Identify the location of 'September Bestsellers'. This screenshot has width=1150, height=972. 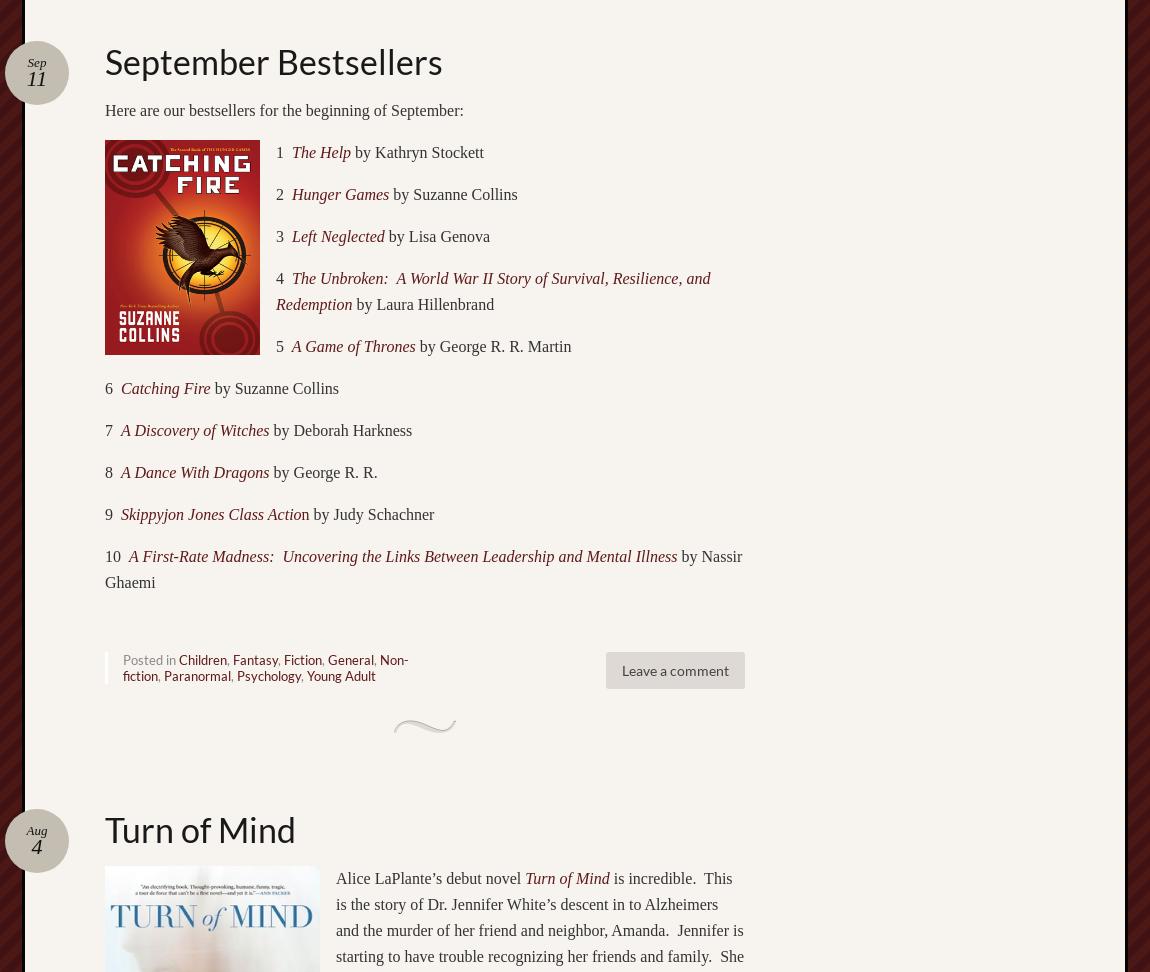
(103, 60).